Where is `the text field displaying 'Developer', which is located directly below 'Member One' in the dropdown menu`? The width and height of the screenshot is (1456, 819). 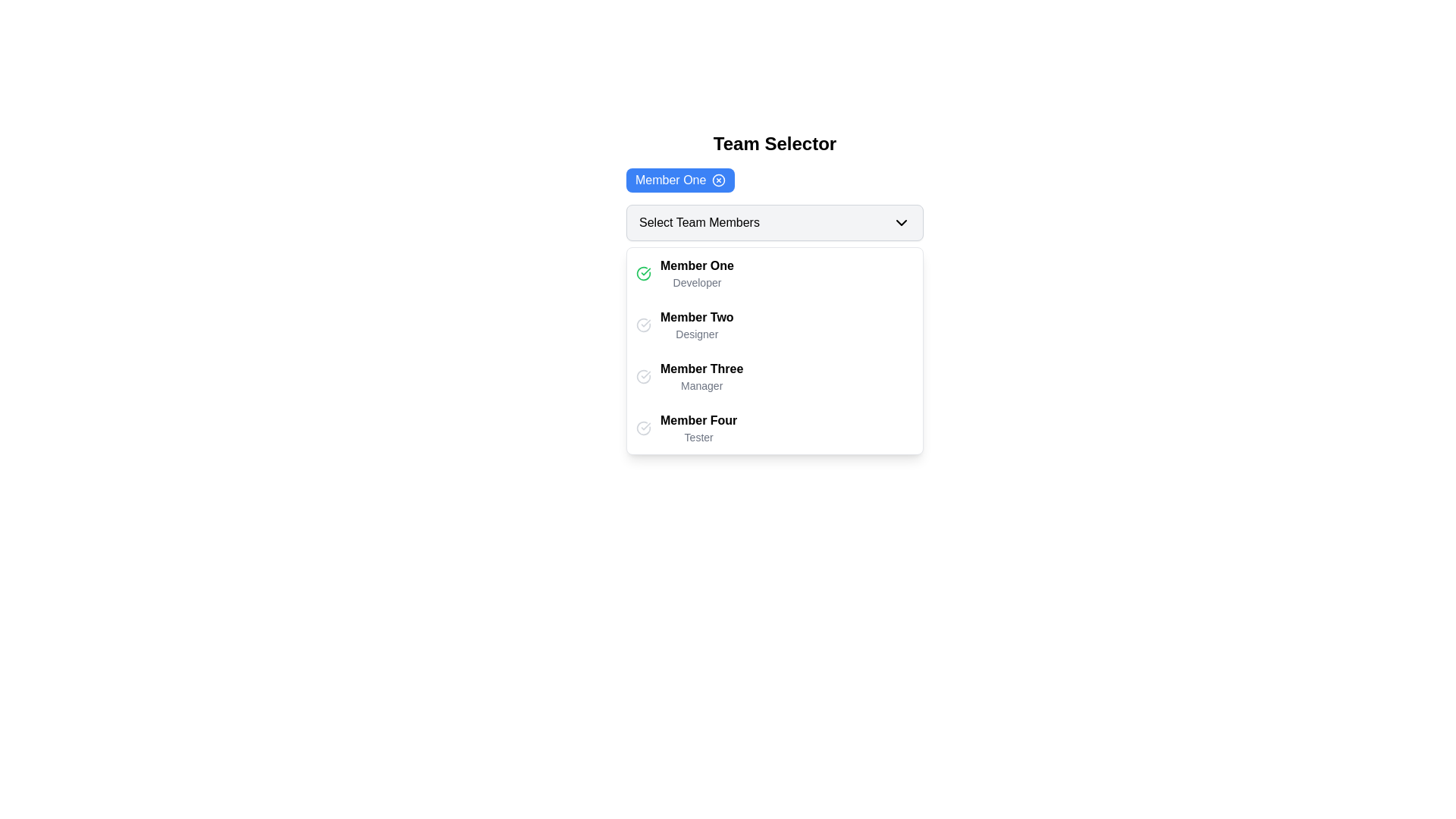 the text field displaying 'Developer', which is located directly below 'Member One' in the dropdown menu is located at coordinates (696, 283).